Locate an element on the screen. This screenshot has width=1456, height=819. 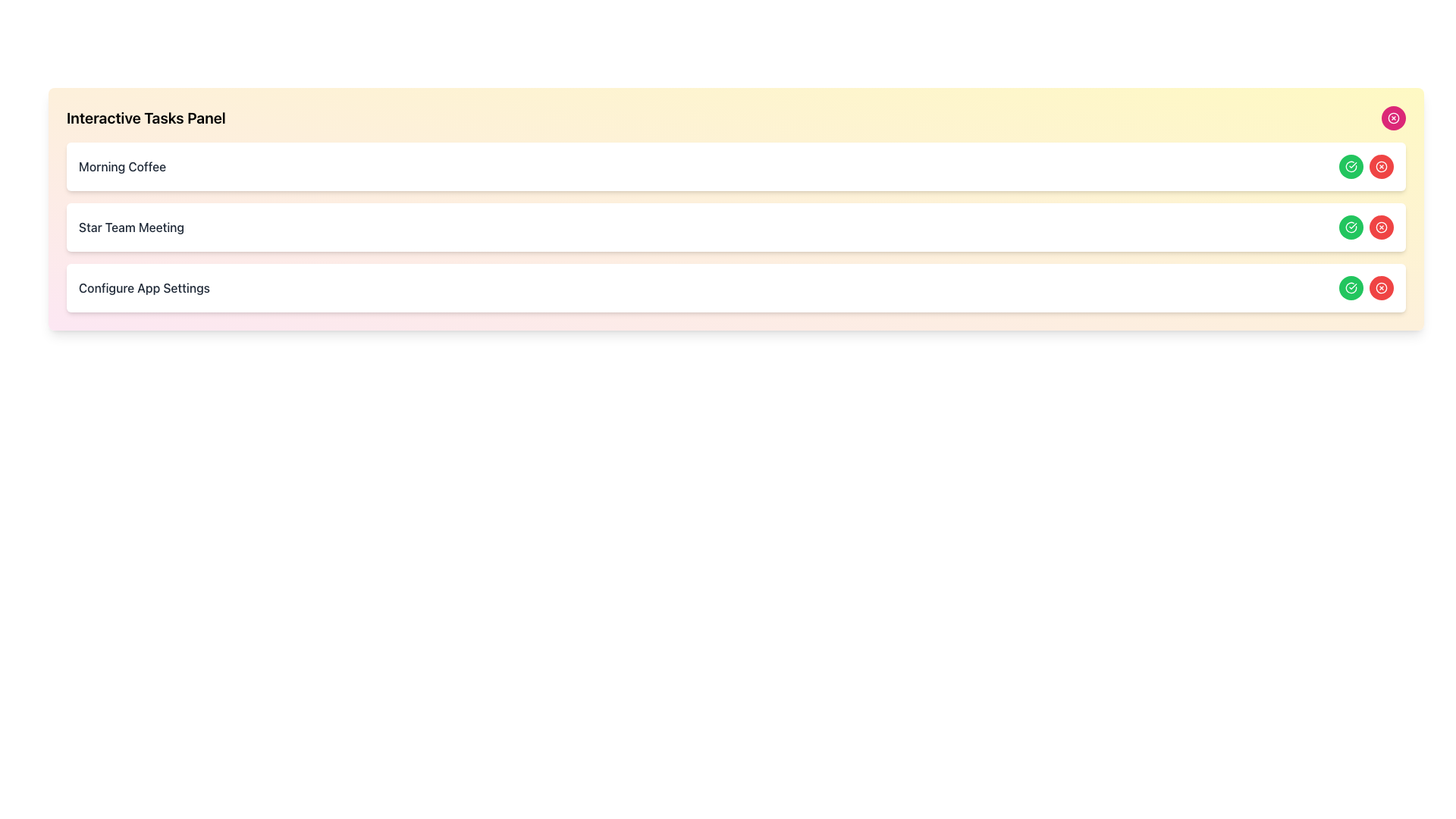
the confirmation button located to the right of the text 'Configure App Settings' in the bottommost row to signify that the corresponding task is approved or completed is located at coordinates (1351, 288).